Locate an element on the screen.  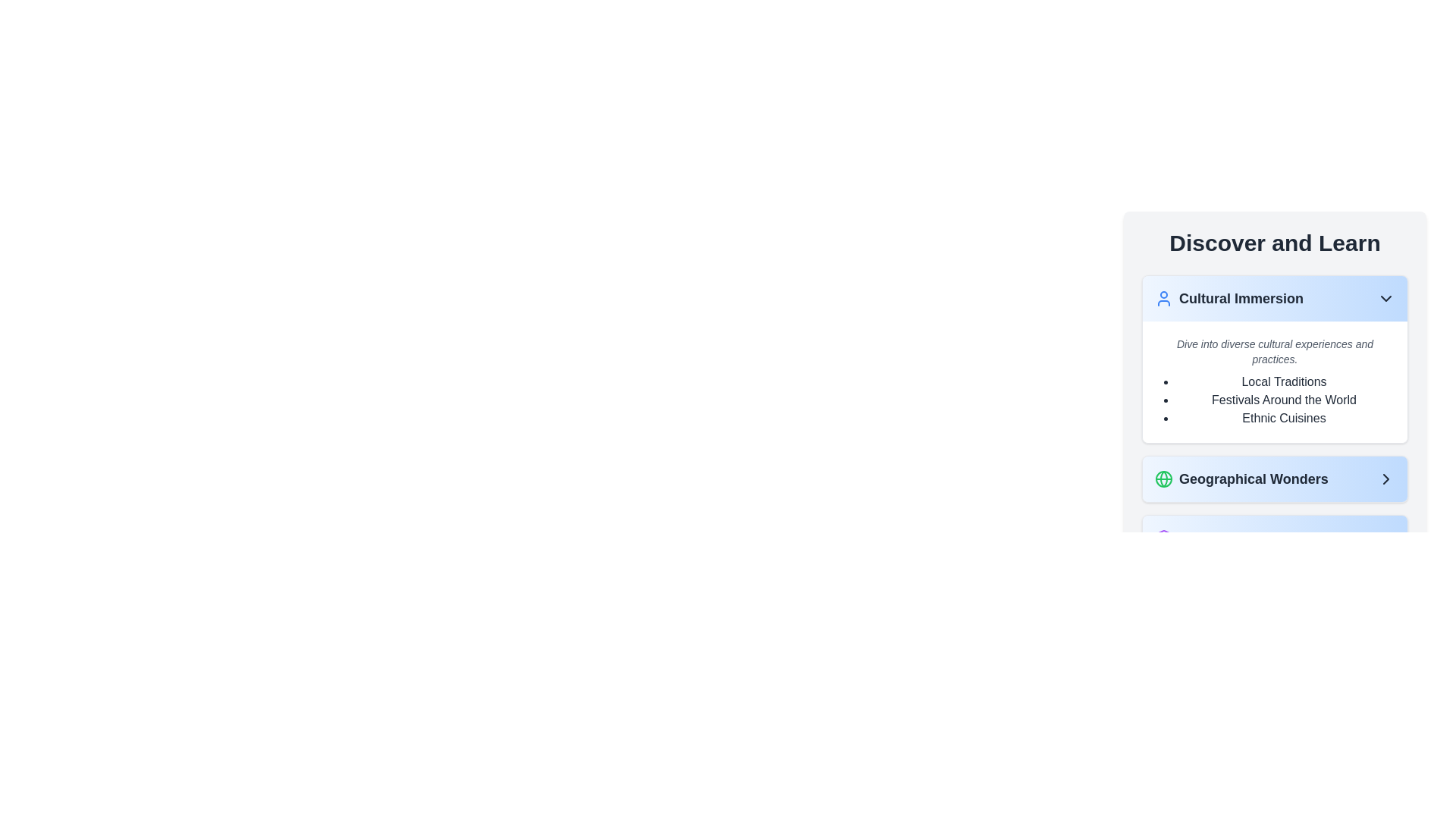
the rightward-pointing chevron icon in the 'Geographical Wonders' section is located at coordinates (1386, 479).